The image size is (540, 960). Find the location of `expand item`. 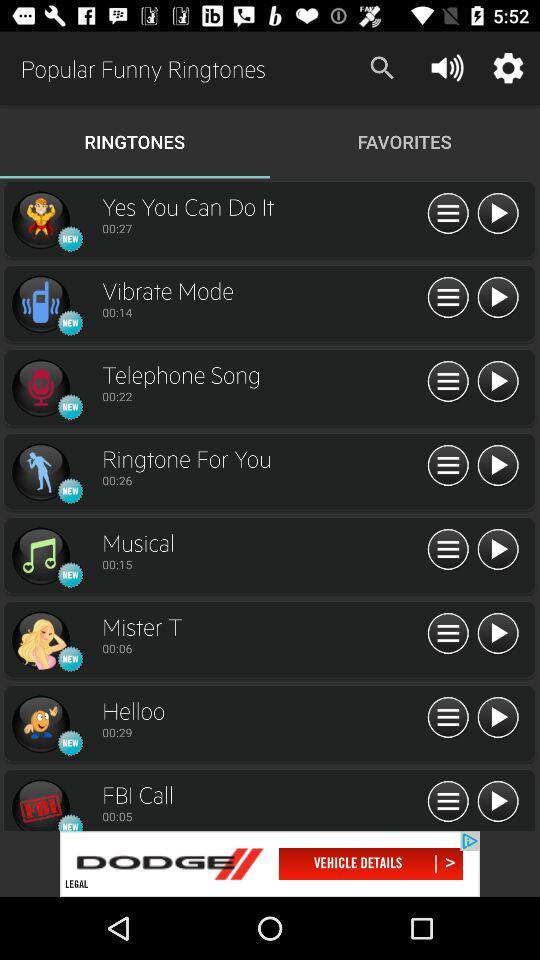

expand item is located at coordinates (448, 466).